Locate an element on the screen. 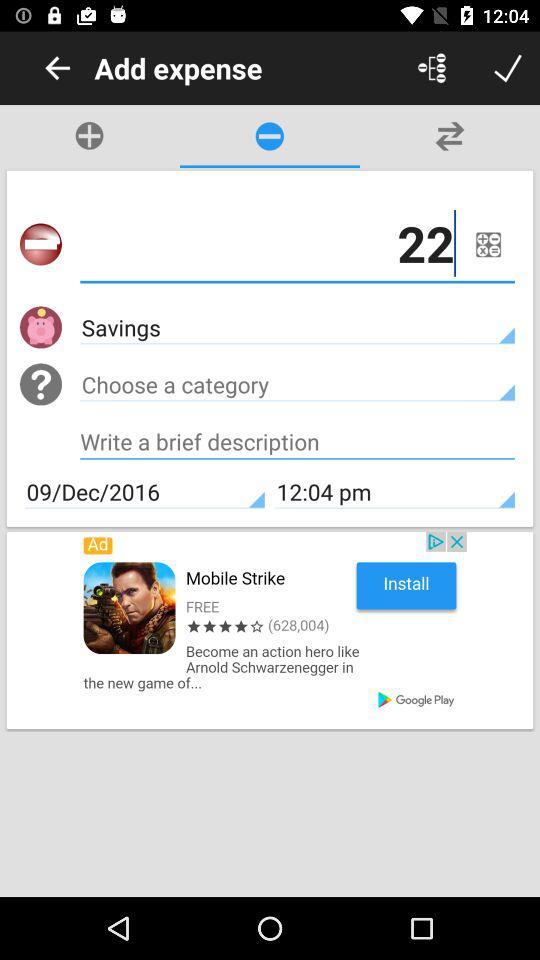  gaming advertisement is located at coordinates (270, 629).